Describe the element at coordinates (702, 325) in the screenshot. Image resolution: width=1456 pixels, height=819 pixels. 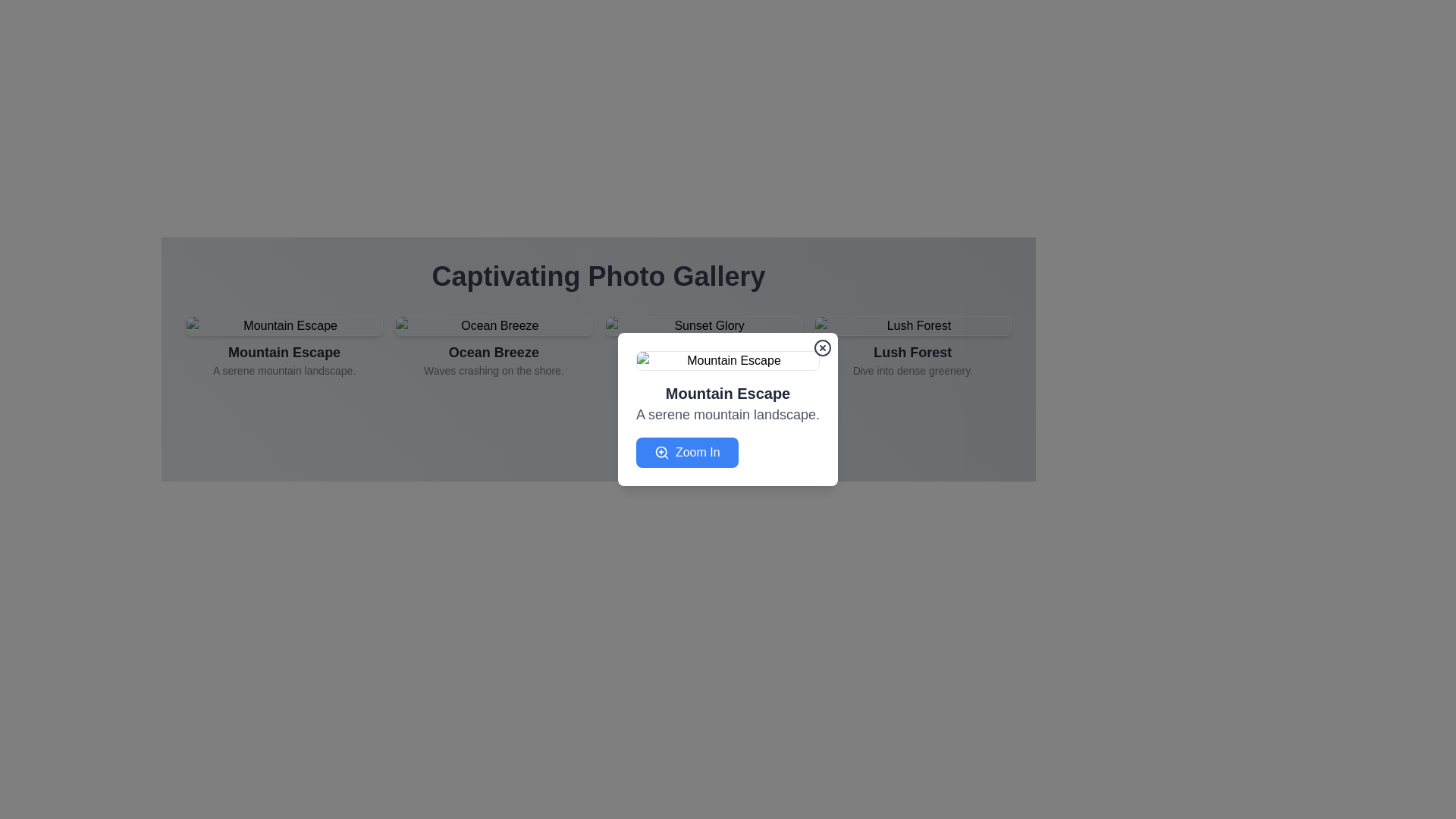
I see `alt text of the 'Sunset Glory' image in the photo gallery interface, which is the uppermost component of its card` at that location.